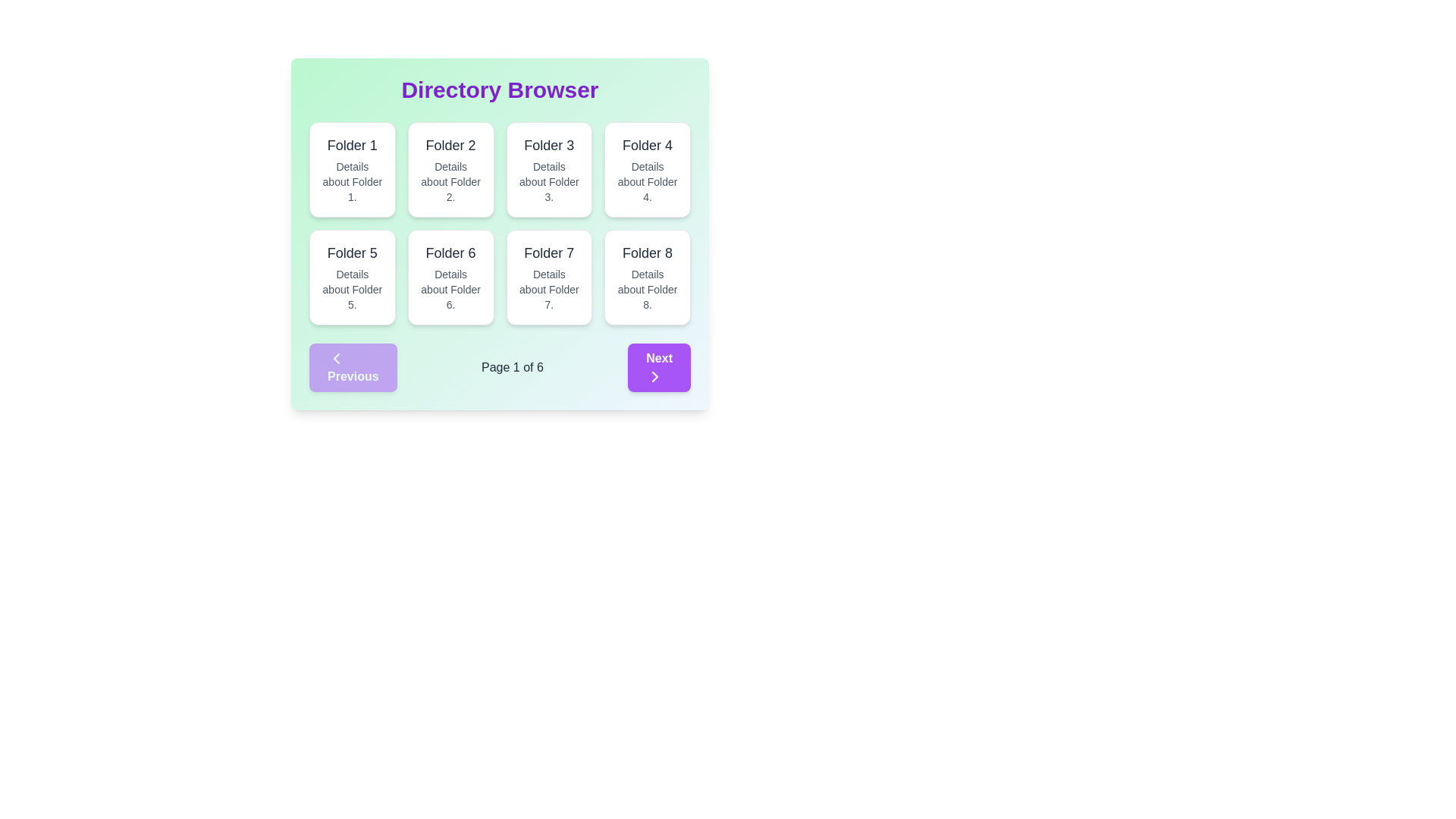  I want to click on the folder representation card that is the second item in the first row of the grid layout, so click(450, 169).